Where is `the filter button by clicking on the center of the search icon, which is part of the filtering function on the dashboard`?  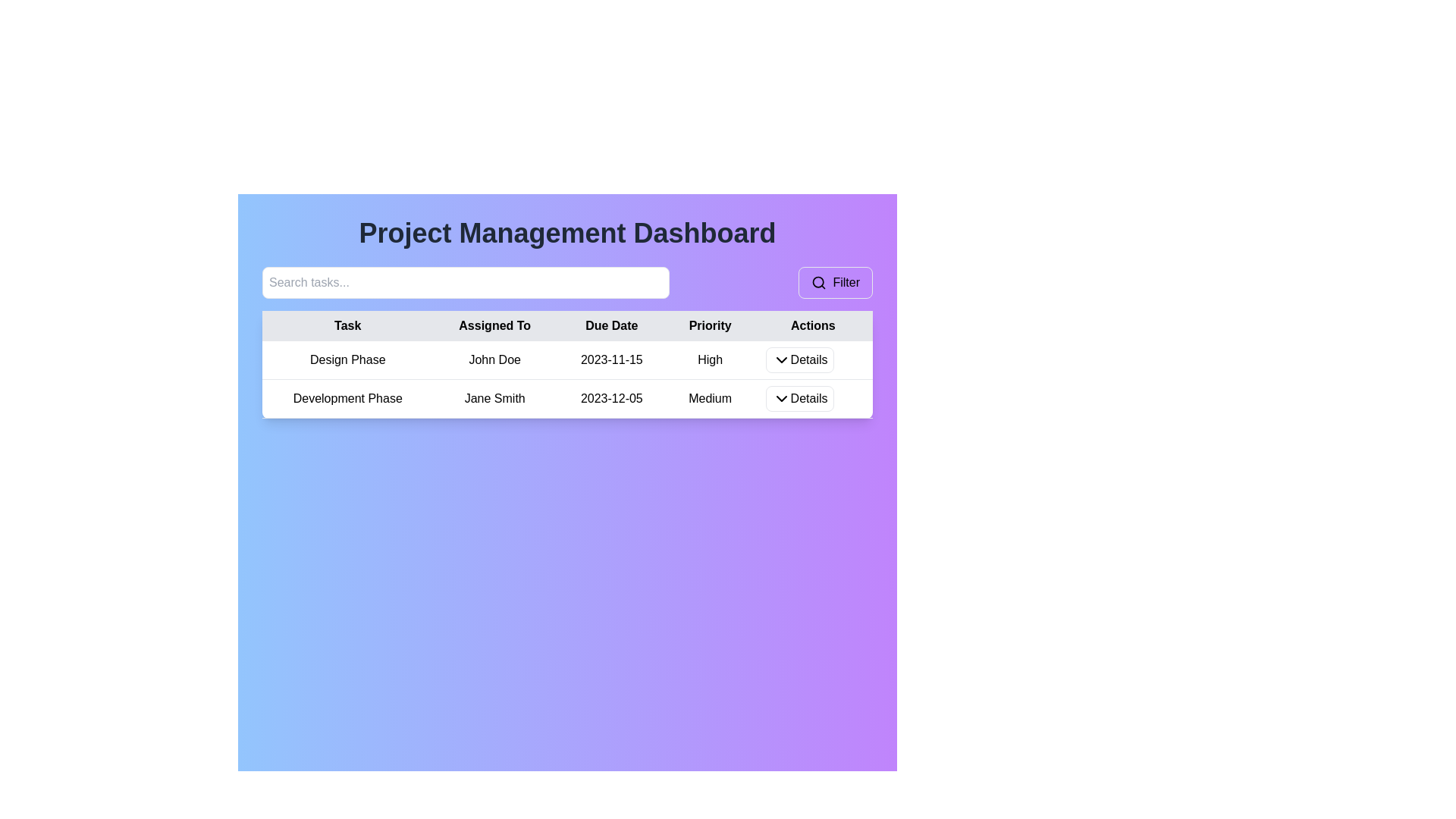
the filter button by clicking on the center of the search icon, which is part of the filtering function on the dashboard is located at coordinates (817, 282).